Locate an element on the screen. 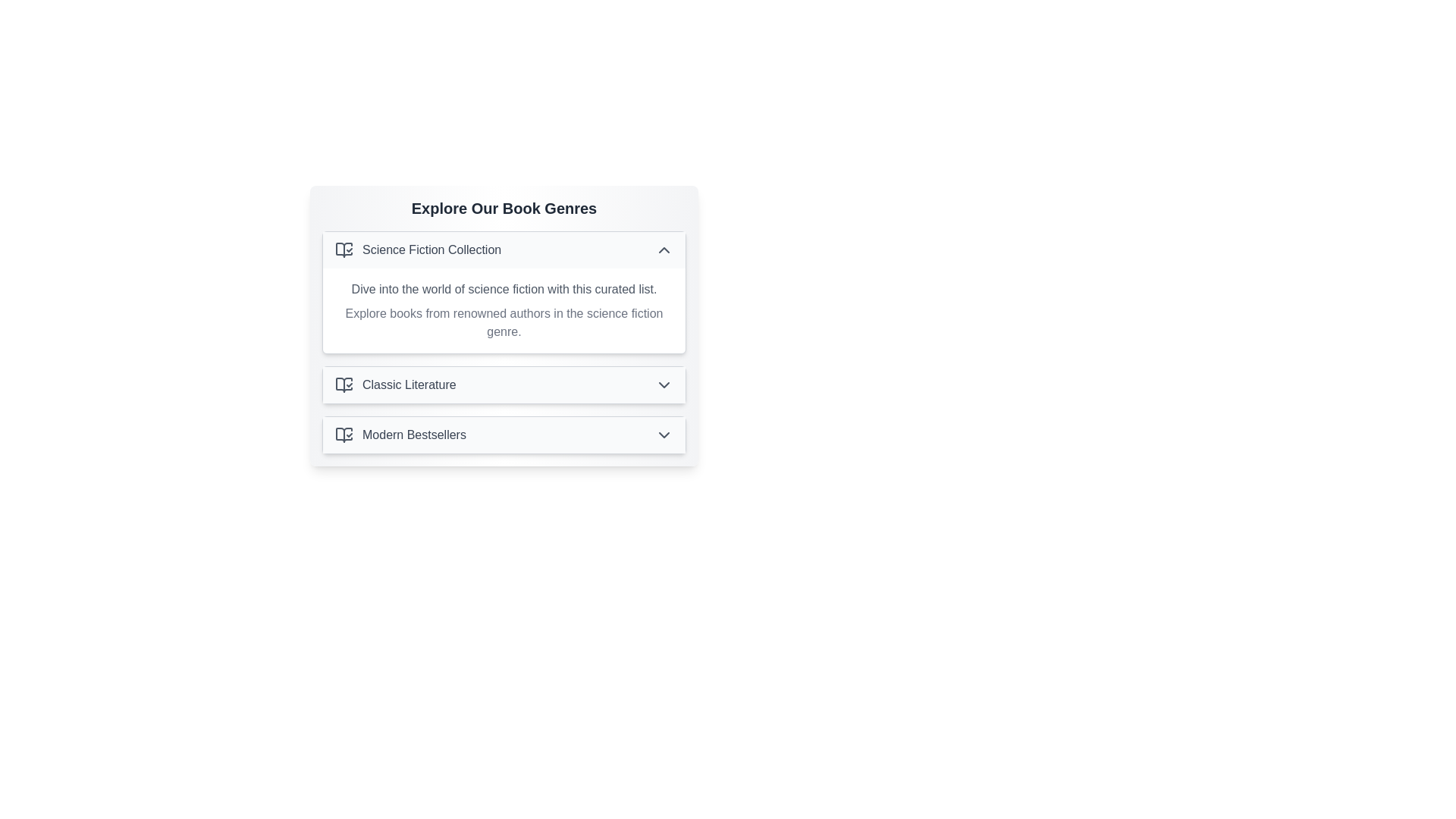 The image size is (1456, 819). the user view on the 'Classic Literature' text label is located at coordinates (409, 384).